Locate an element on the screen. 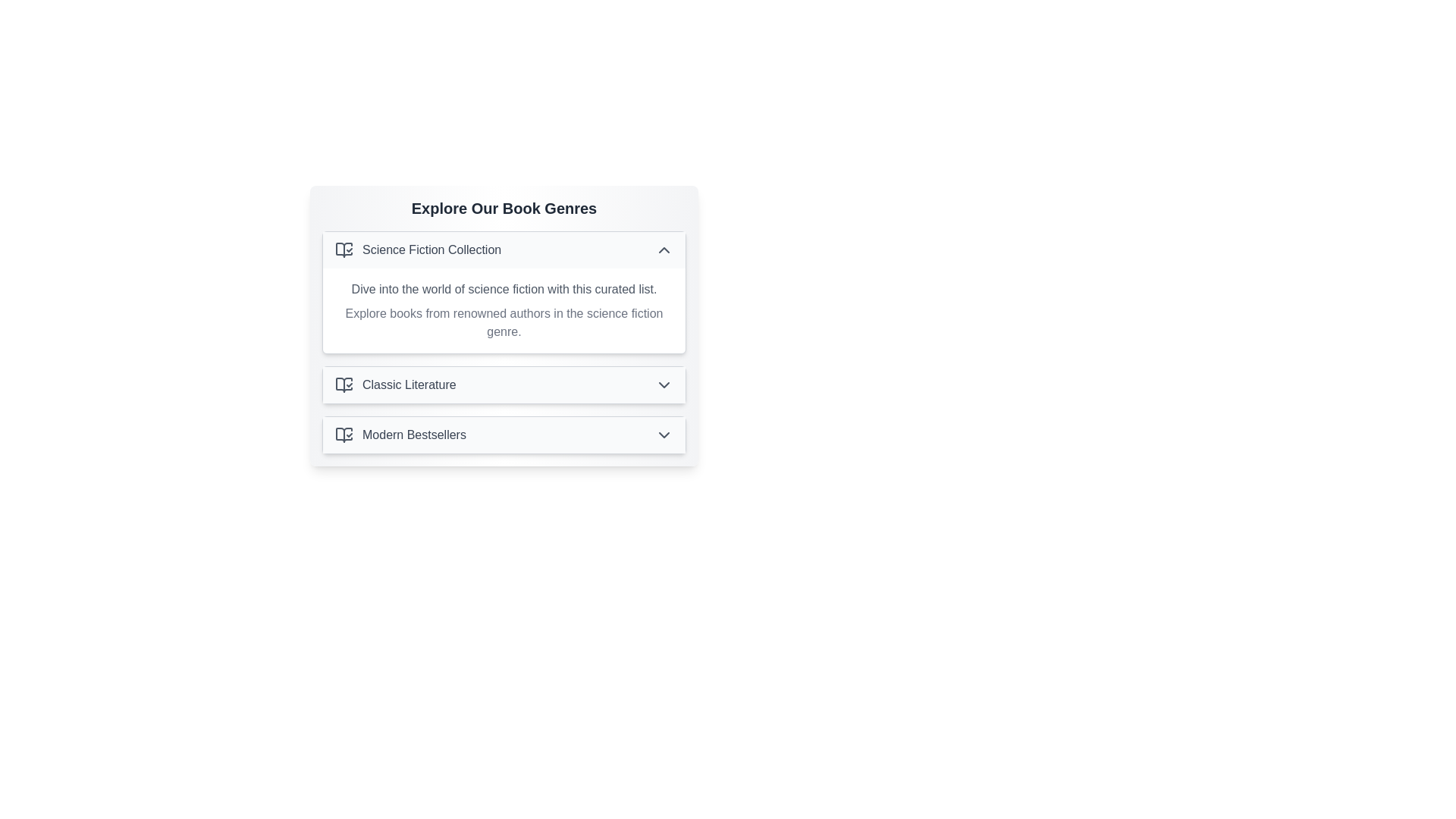 The image size is (1456, 819). the user view on the 'Classic Literature' text label is located at coordinates (409, 384).